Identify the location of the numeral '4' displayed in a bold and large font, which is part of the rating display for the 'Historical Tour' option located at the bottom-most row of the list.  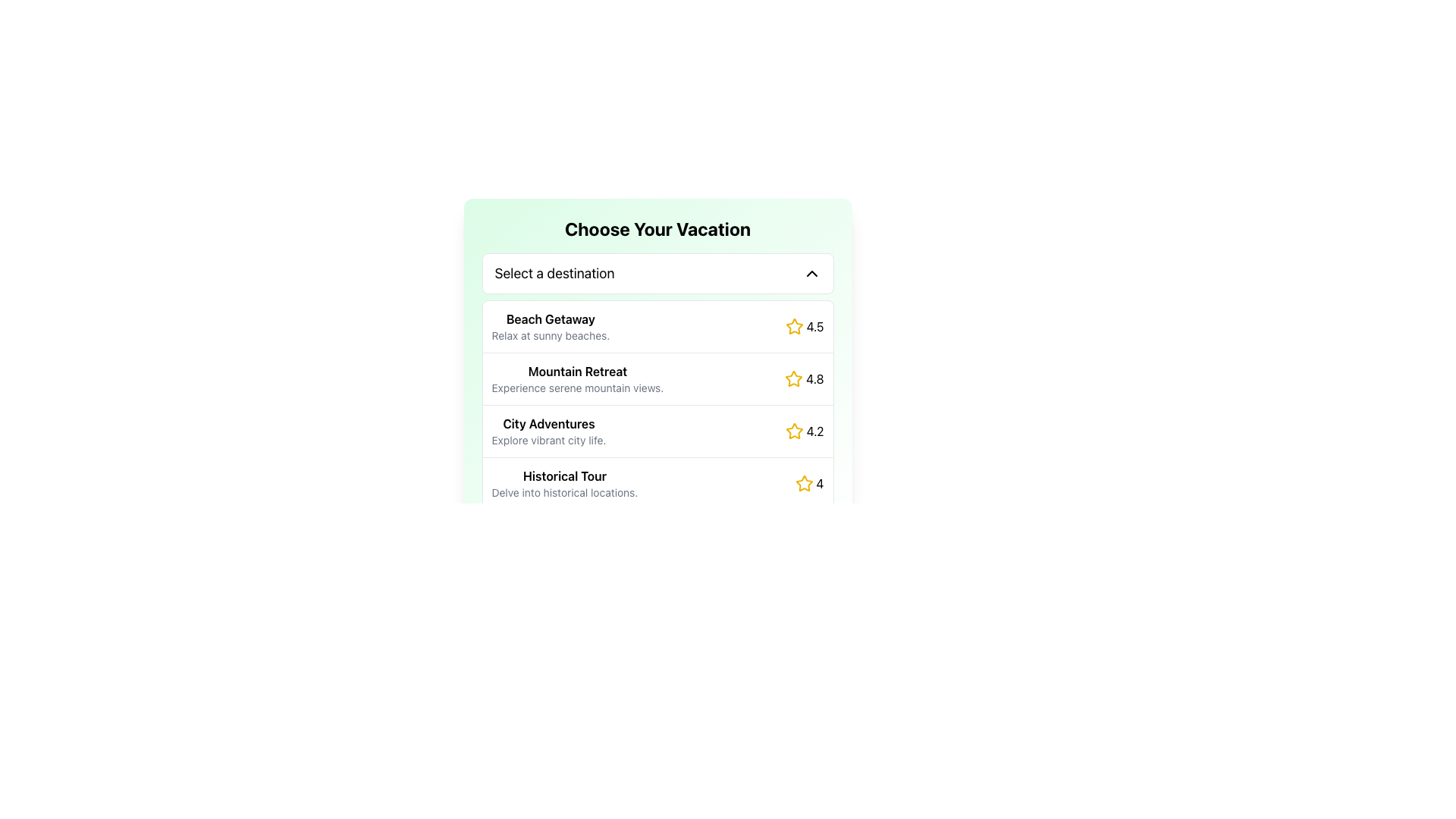
(819, 483).